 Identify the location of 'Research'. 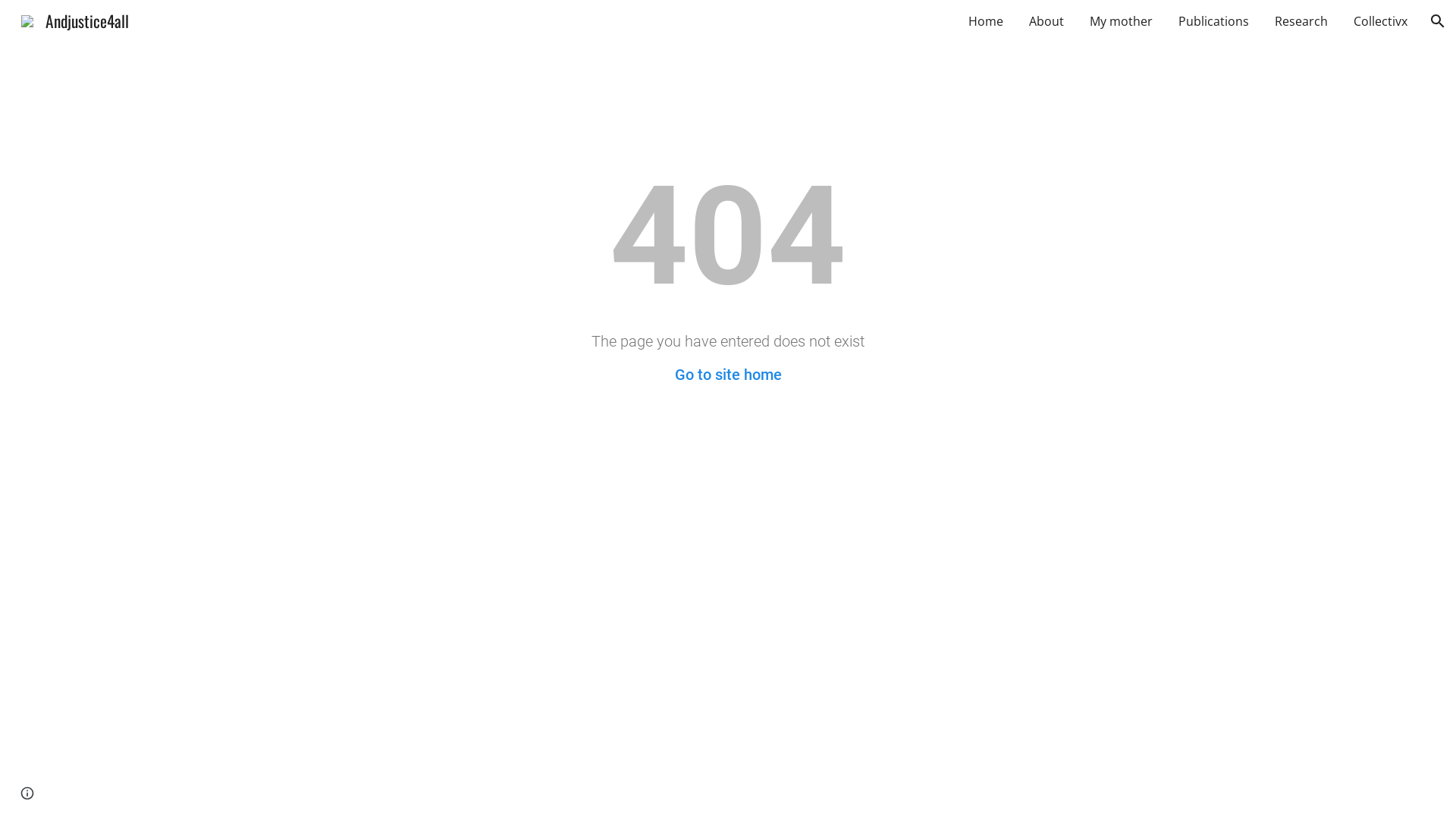
(1266, 20).